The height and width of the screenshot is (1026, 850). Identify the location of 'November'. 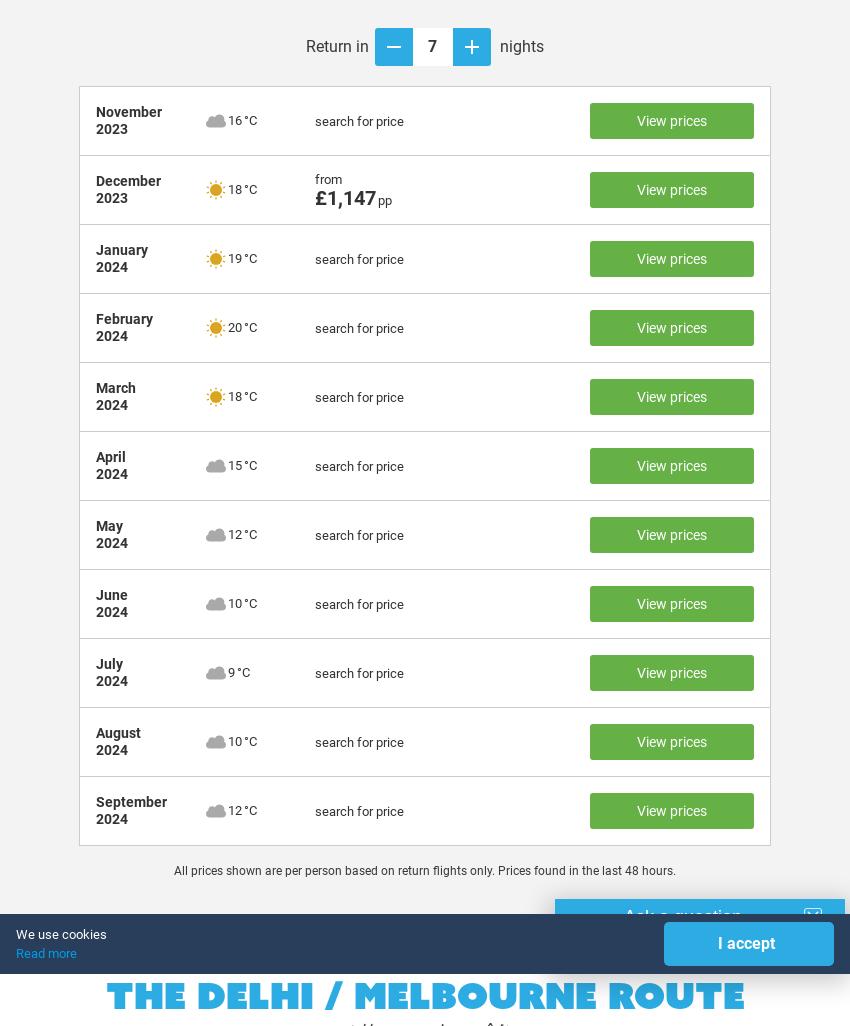
(128, 112).